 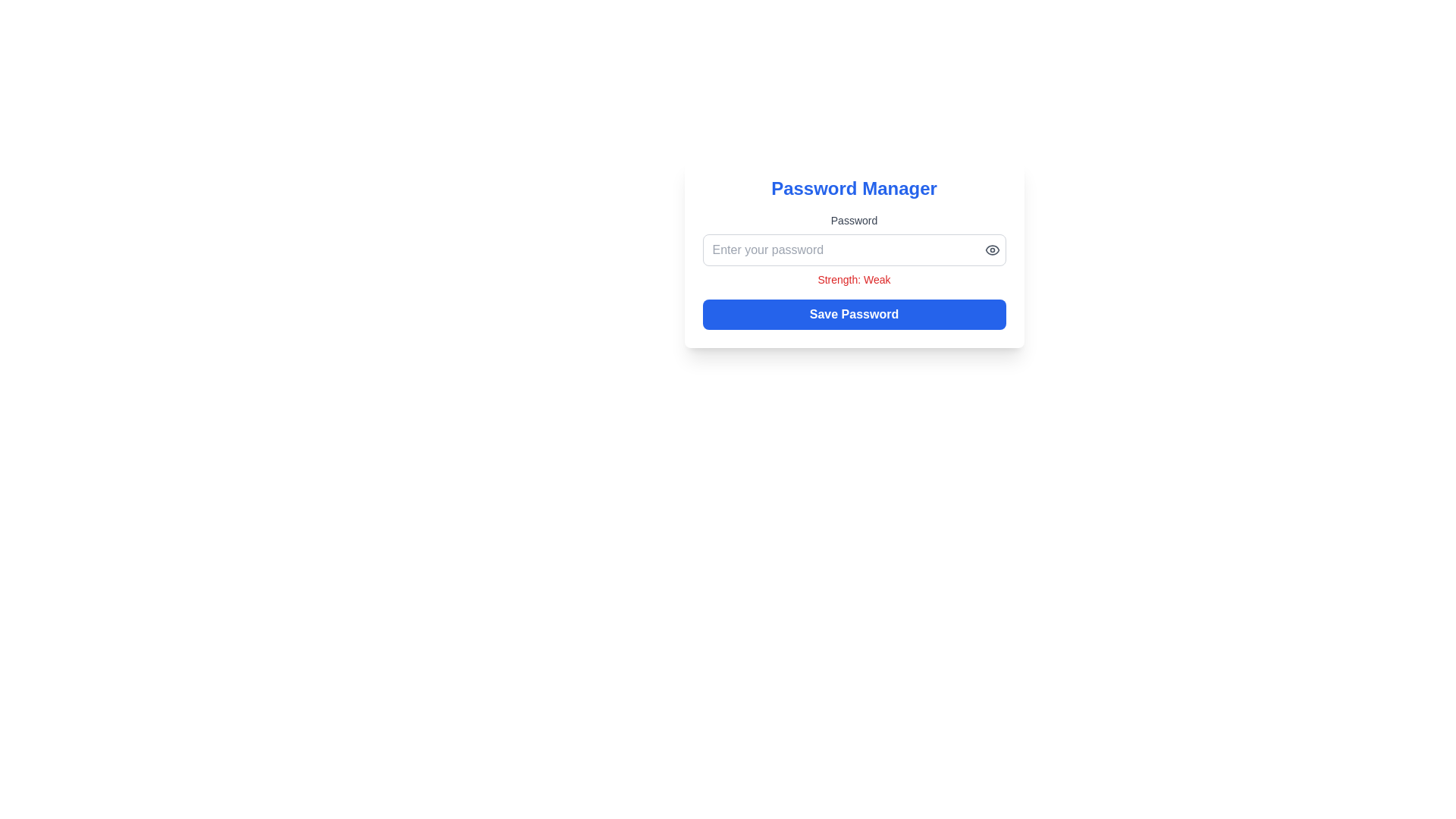 I want to click on the password input field of the 'Password Manager' panel to focus on it, so click(x=854, y=253).